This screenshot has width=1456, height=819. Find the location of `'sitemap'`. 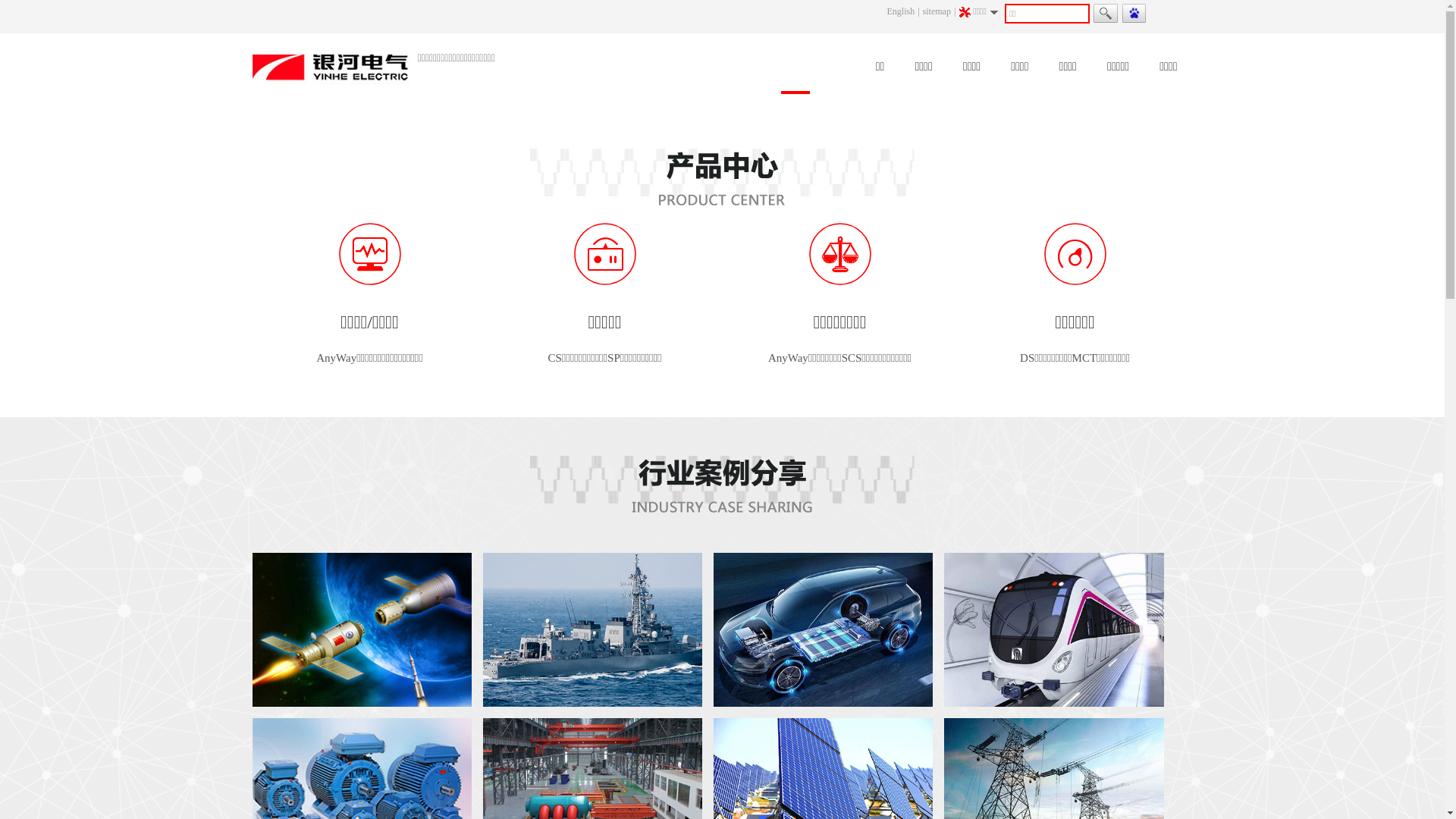

'sitemap' is located at coordinates (936, 11).